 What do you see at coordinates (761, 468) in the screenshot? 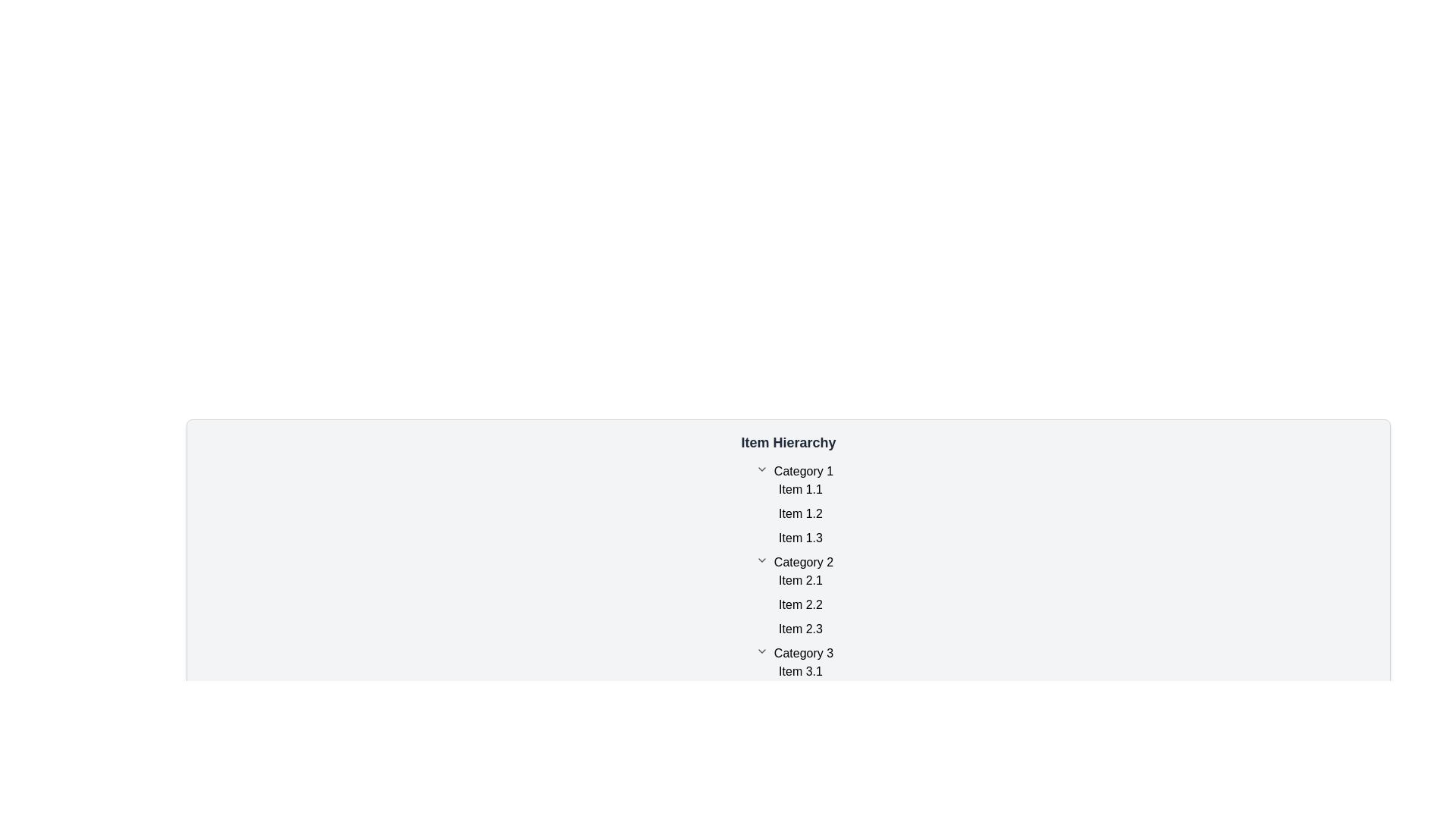
I see `the downward-pointing gray chevron icon` at bounding box center [761, 468].